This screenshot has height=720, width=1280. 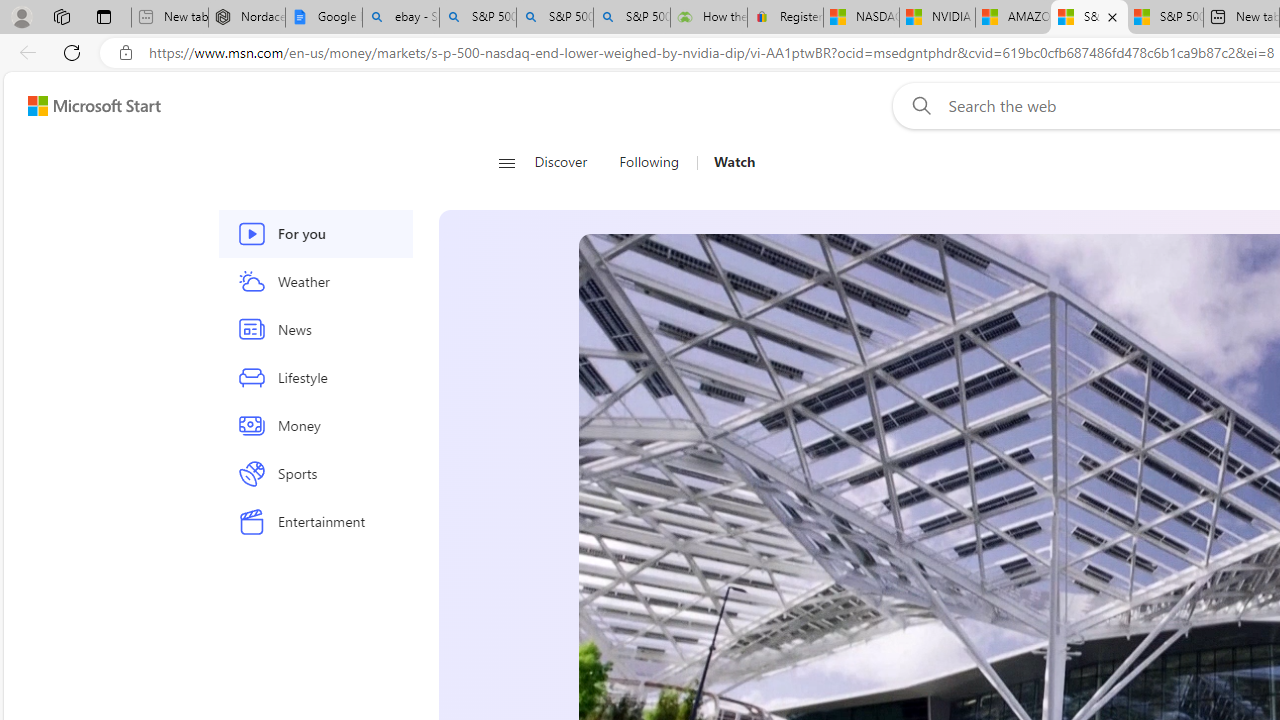 I want to click on 'Web search', so click(x=916, y=105).